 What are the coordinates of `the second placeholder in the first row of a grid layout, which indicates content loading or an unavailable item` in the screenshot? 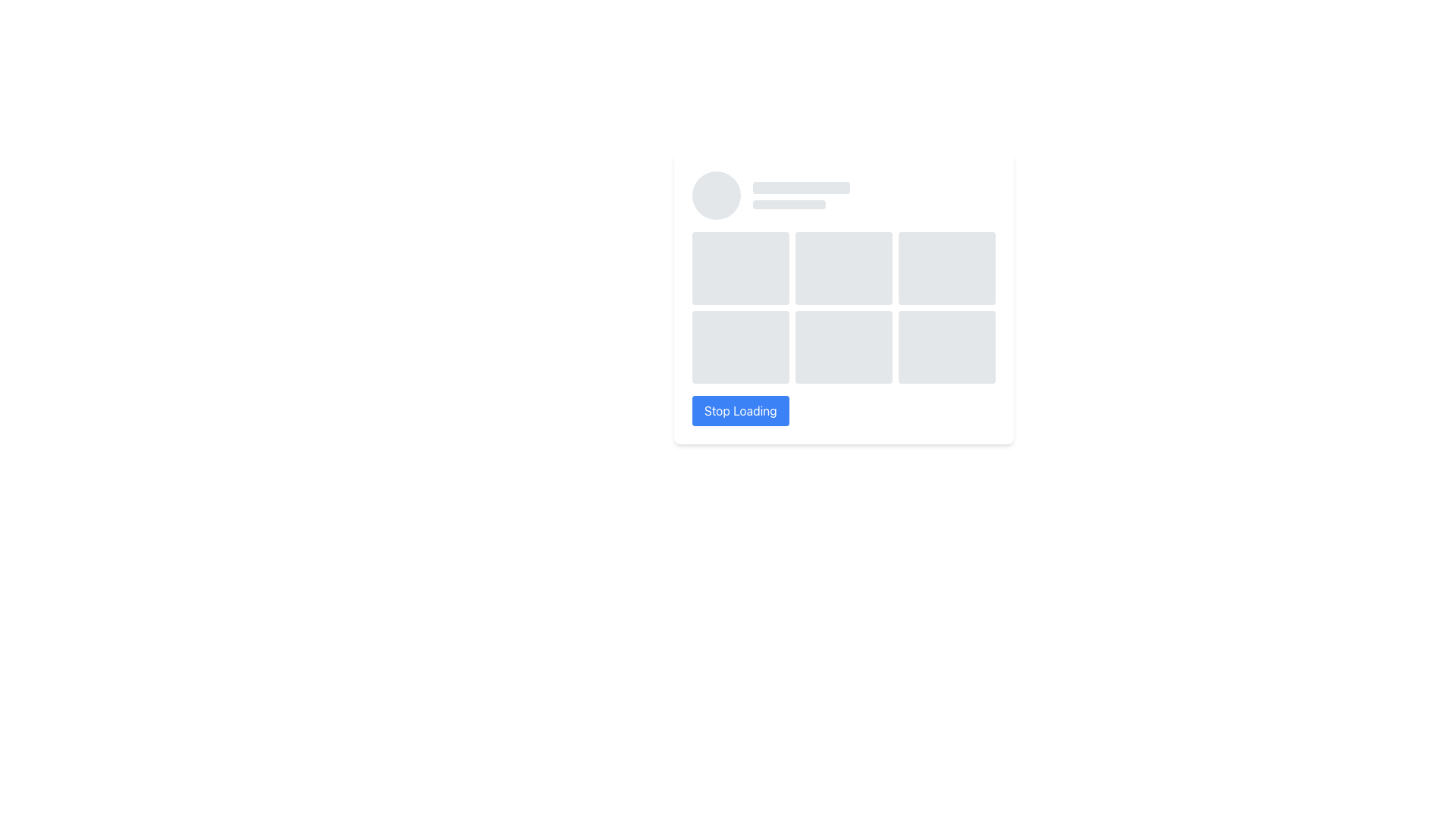 It's located at (843, 268).